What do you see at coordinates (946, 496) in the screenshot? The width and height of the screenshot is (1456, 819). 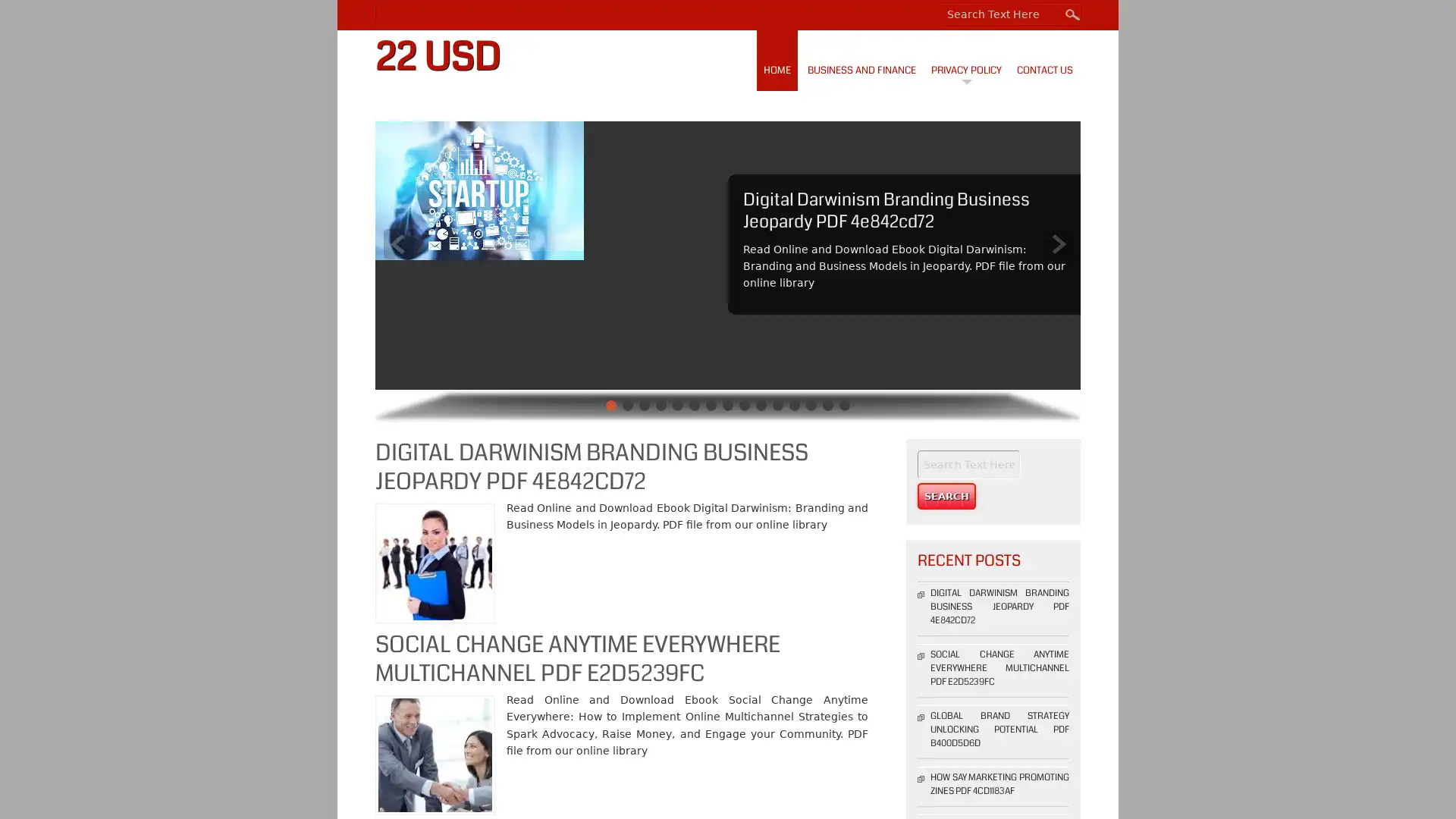 I see `Search` at bounding box center [946, 496].